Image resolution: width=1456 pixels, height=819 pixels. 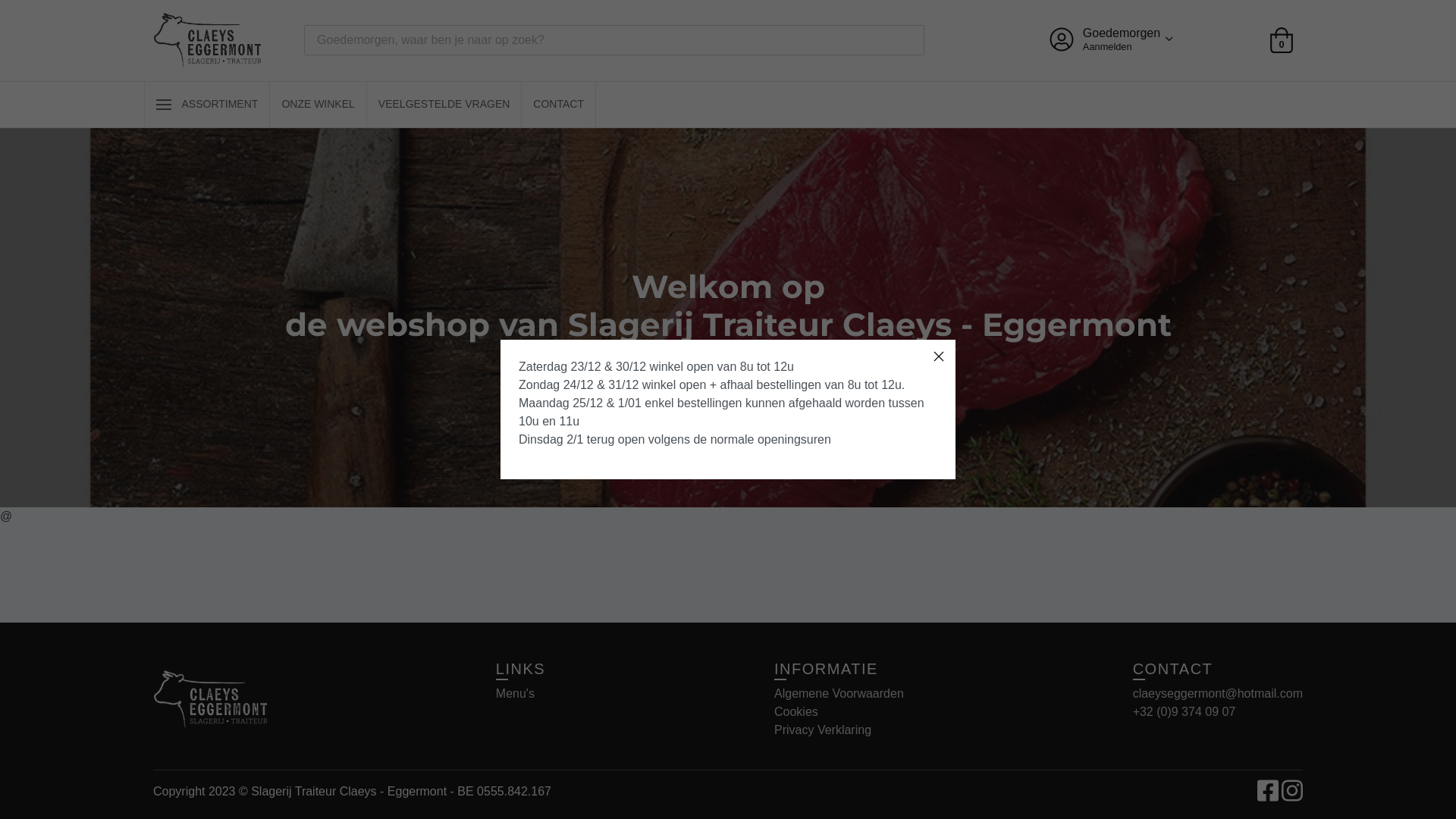 What do you see at coordinates (1218, 693) in the screenshot?
I see `'claeyseggermont@hotmail.com'` at bounding box center [1218, 693].